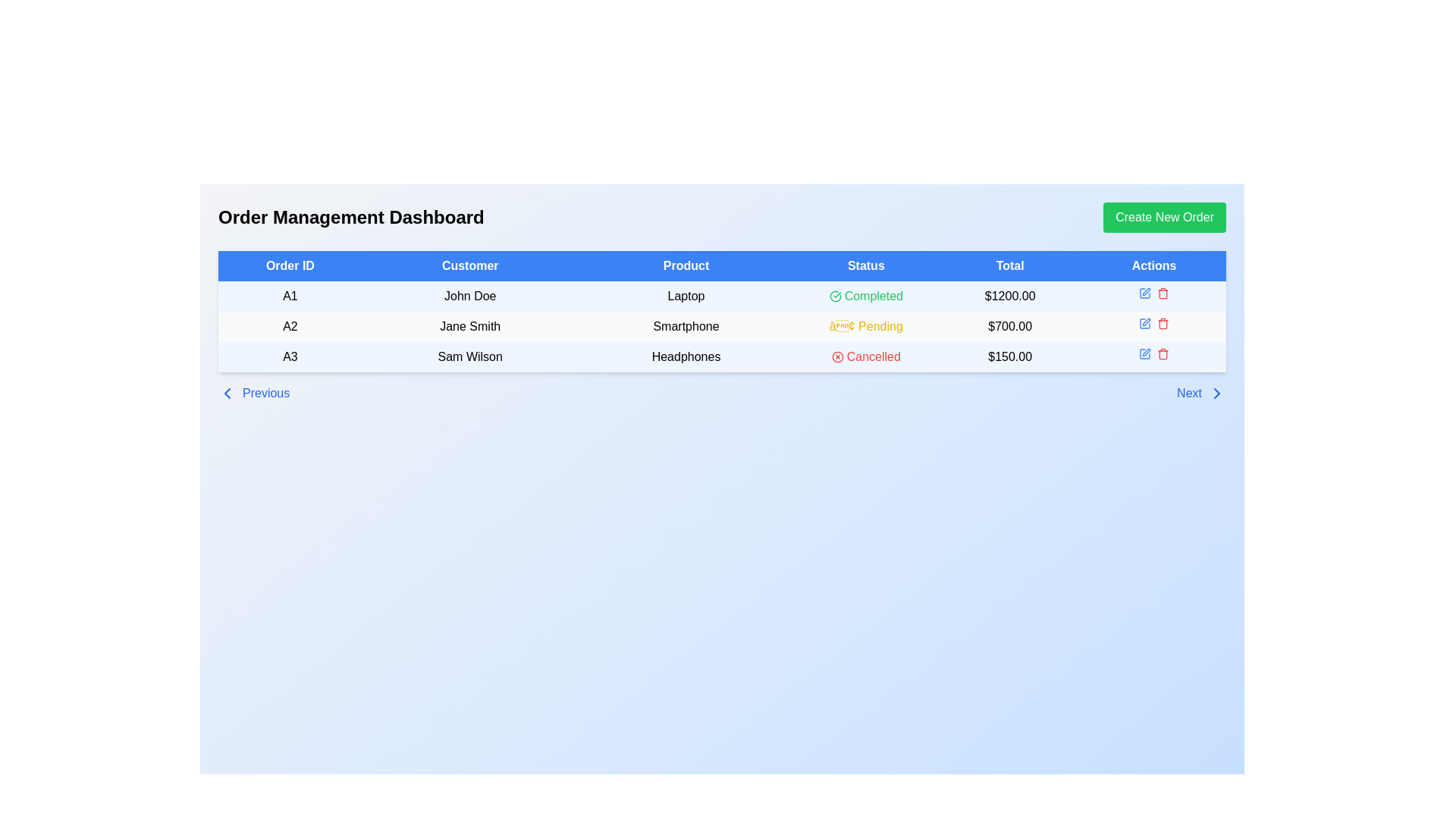 The height and width of the screenshot is (819, 1456). I want to click on the 'Edit' icon button located in the 'Actions' column of the first row of the table, adjacent to the 'Total' column displaying $1200.00, so click(1145, 293).